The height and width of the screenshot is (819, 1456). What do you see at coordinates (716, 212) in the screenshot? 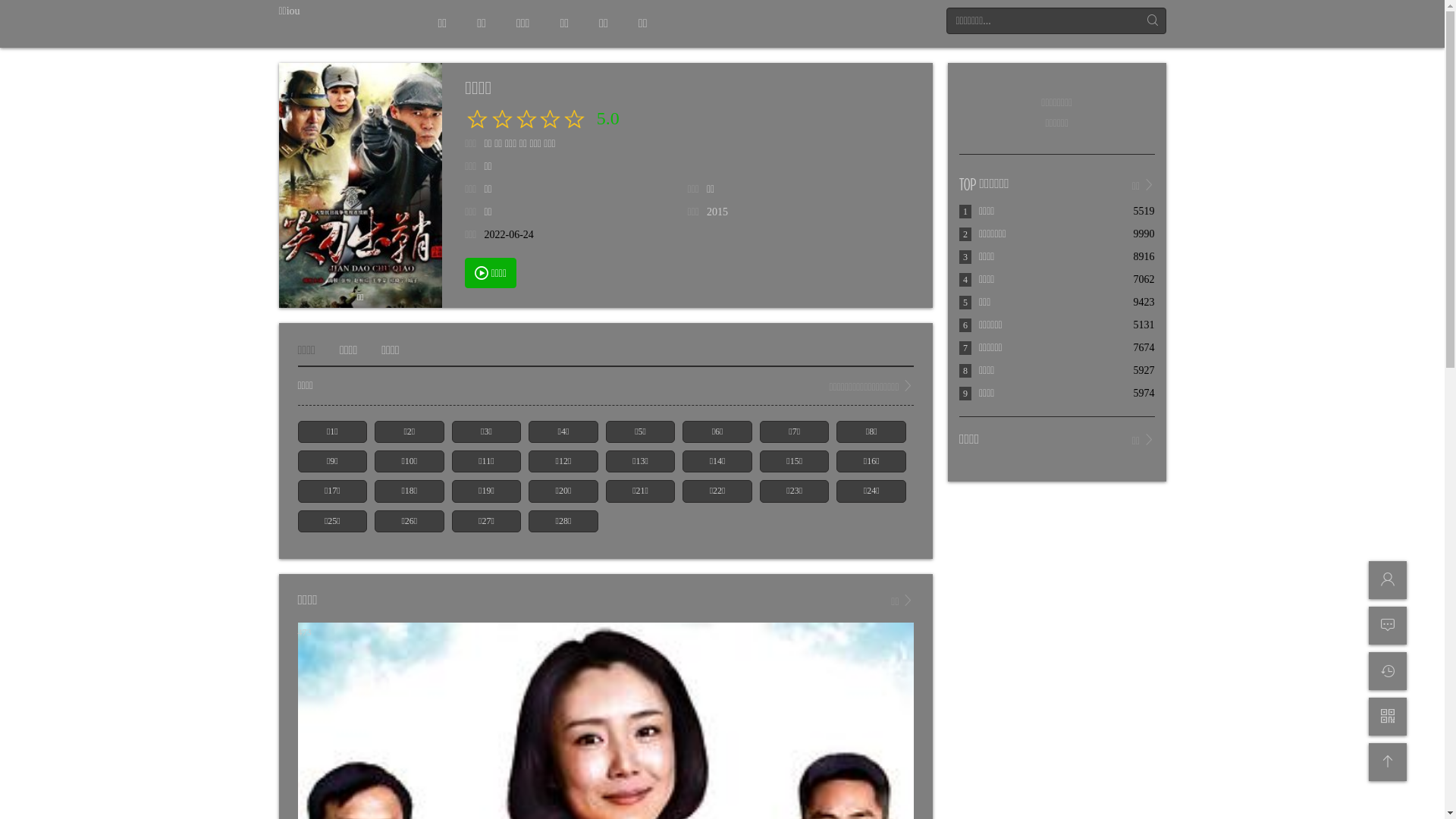
I see `'2015'` at bounding box center [716, 212].